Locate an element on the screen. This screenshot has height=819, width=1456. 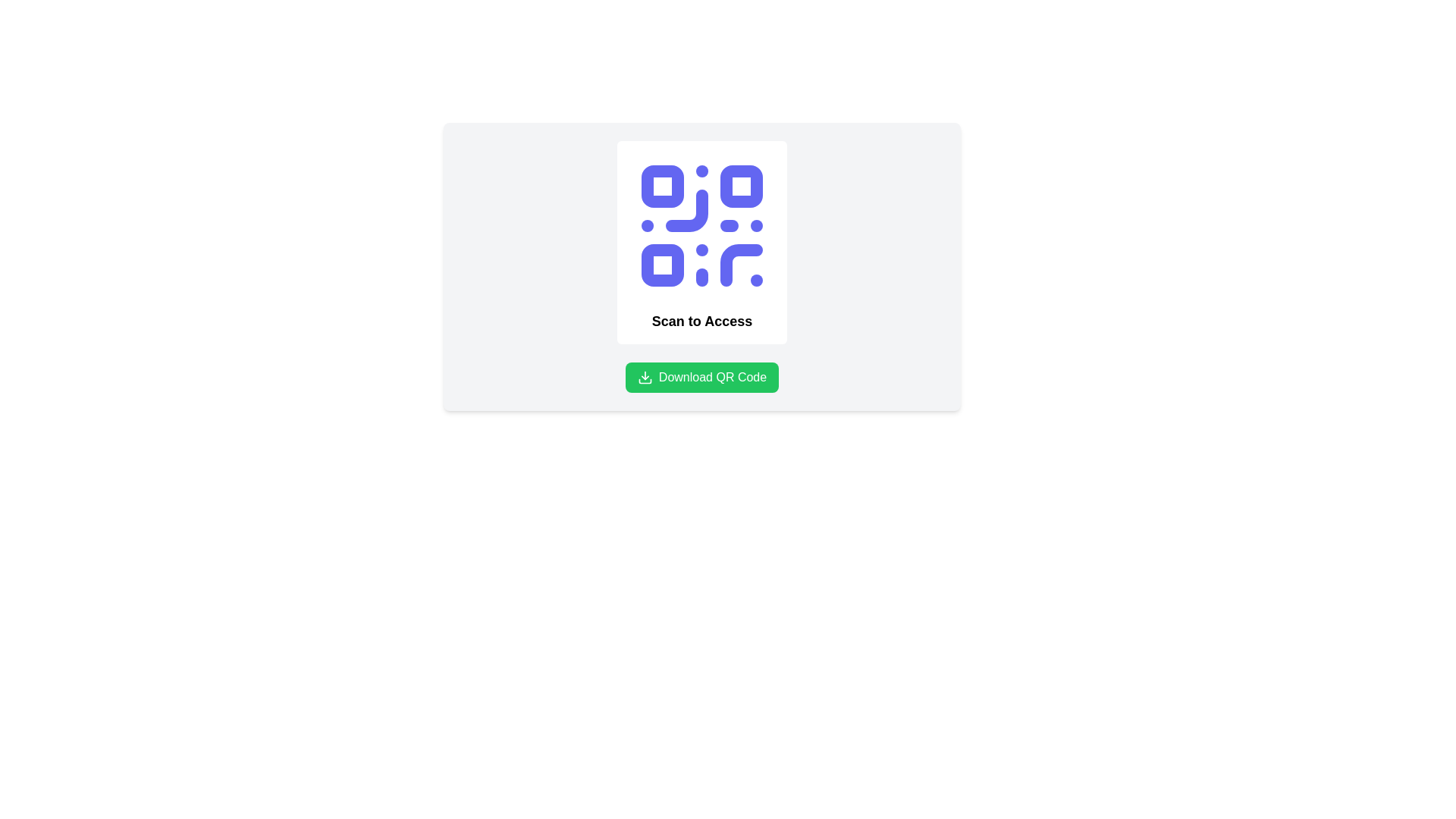
the first rounded square in the QR code graphic, which is positioned at the top-left corner of the QR code structure is located at coordinates (662, 186).